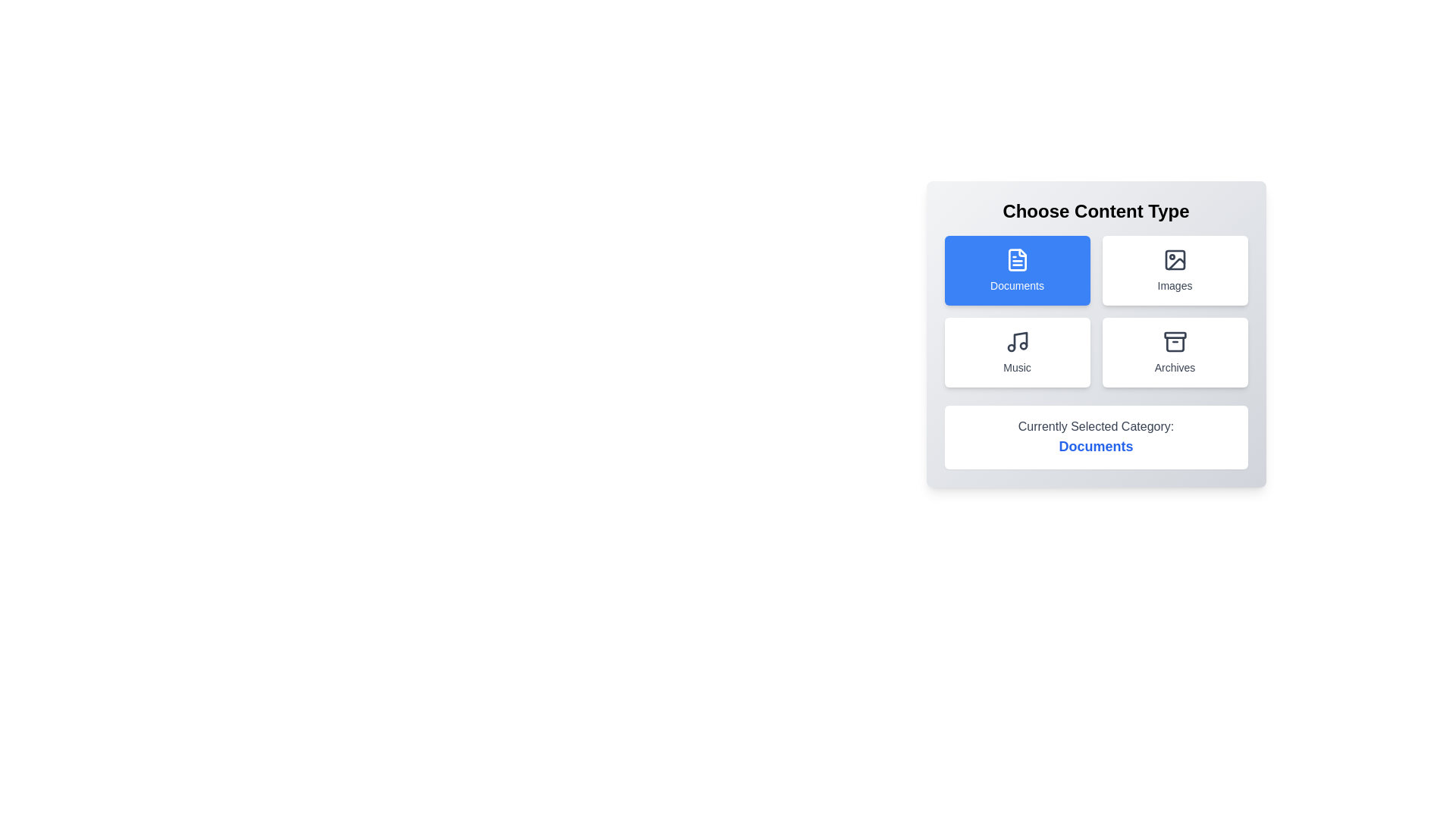 This screenshot has height=819, width=1456. I want to click on the category Images by clicking on its button, so click(1174, 270).